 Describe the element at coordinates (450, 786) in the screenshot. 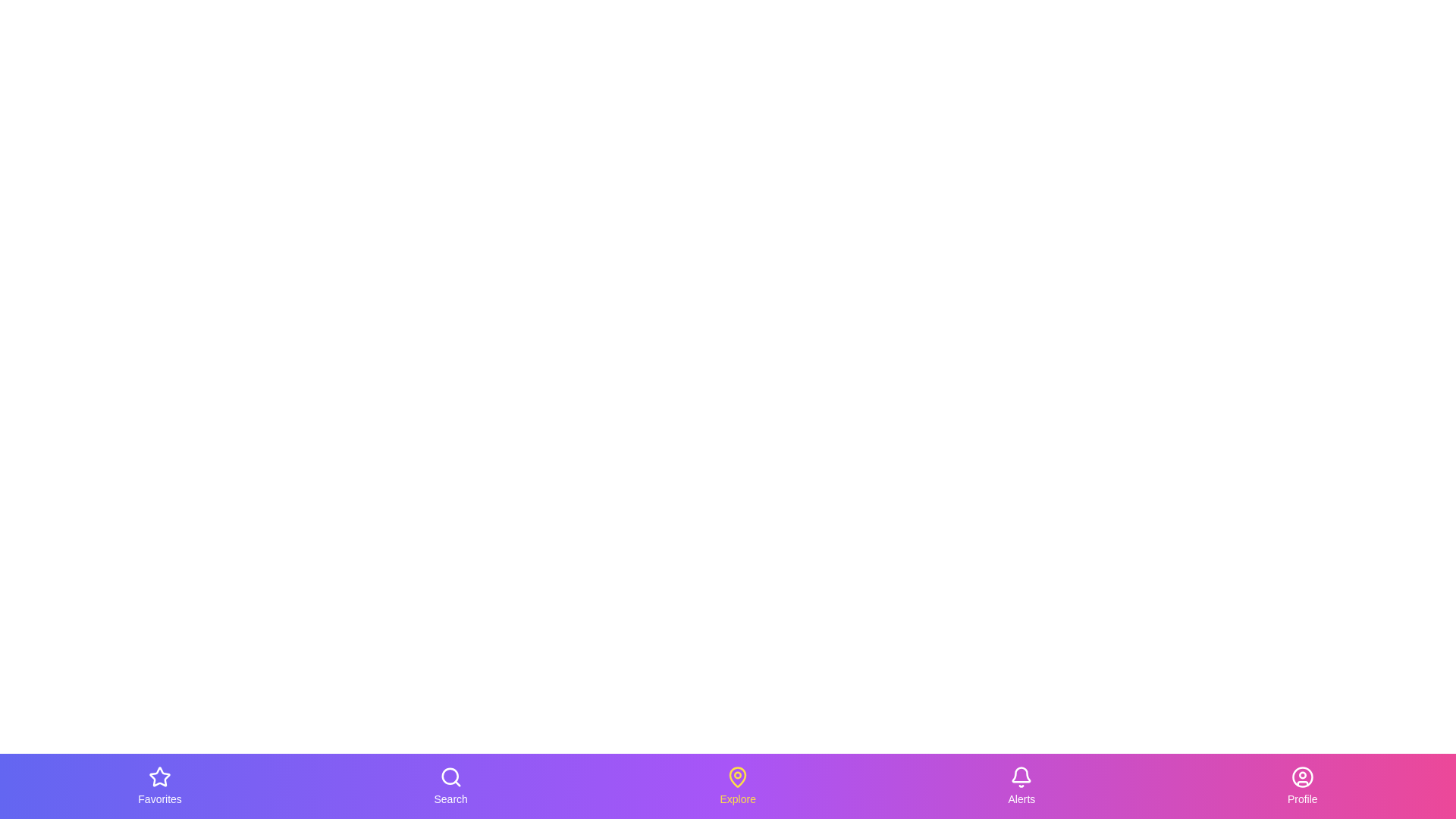

I see `the Search tab to activate it` at that location.